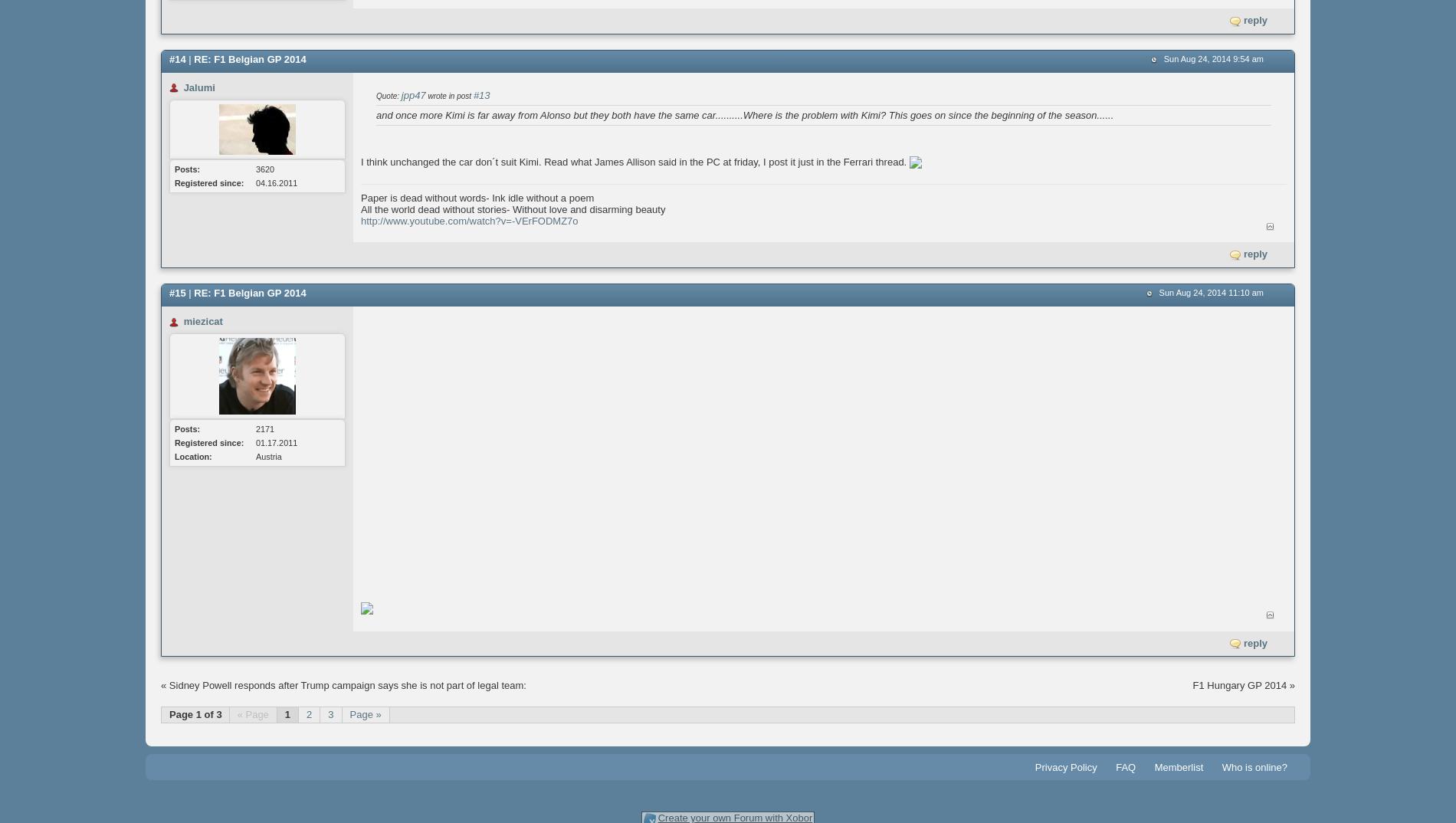 This screenshot has height=823, width=1456. I want to click on 'Privacy Policy', so click(1033, 766).